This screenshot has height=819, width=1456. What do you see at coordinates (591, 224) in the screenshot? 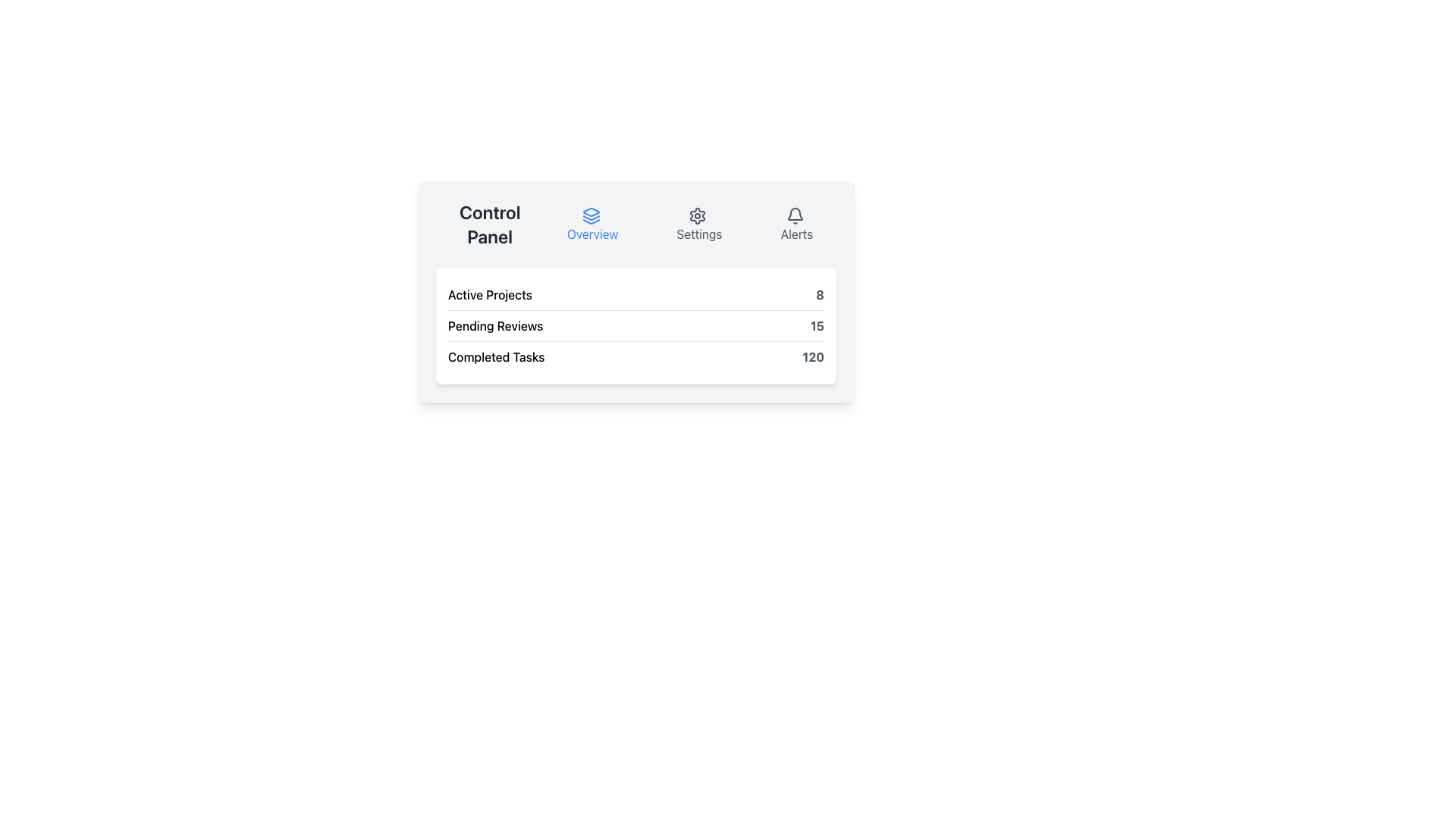
I see `the 'Overview' button in the horizontal menu at the top of the panel` at bounding box center [591, 224].